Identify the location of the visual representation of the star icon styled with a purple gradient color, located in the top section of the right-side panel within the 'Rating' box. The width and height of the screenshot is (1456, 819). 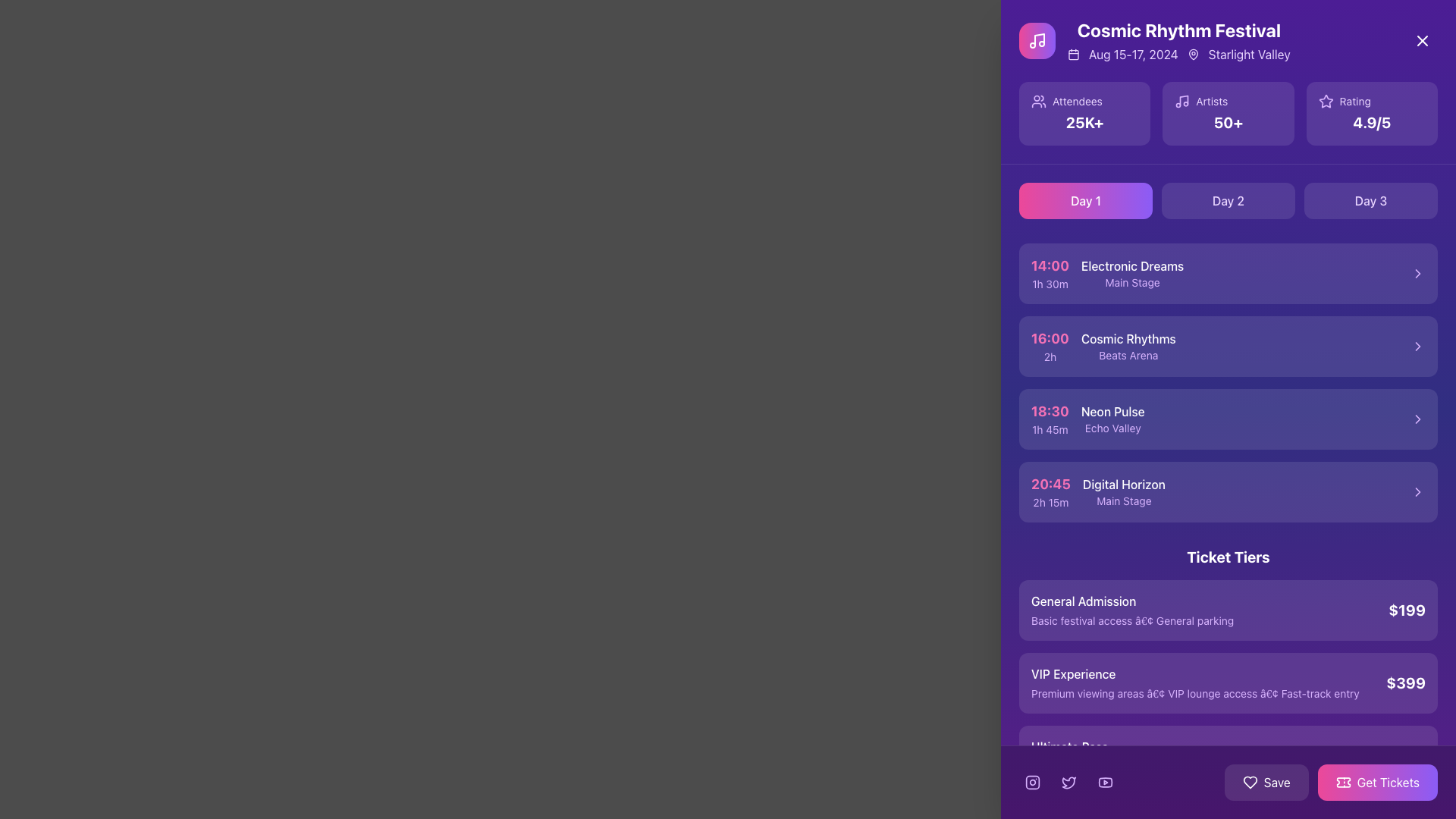
(1325, 101).